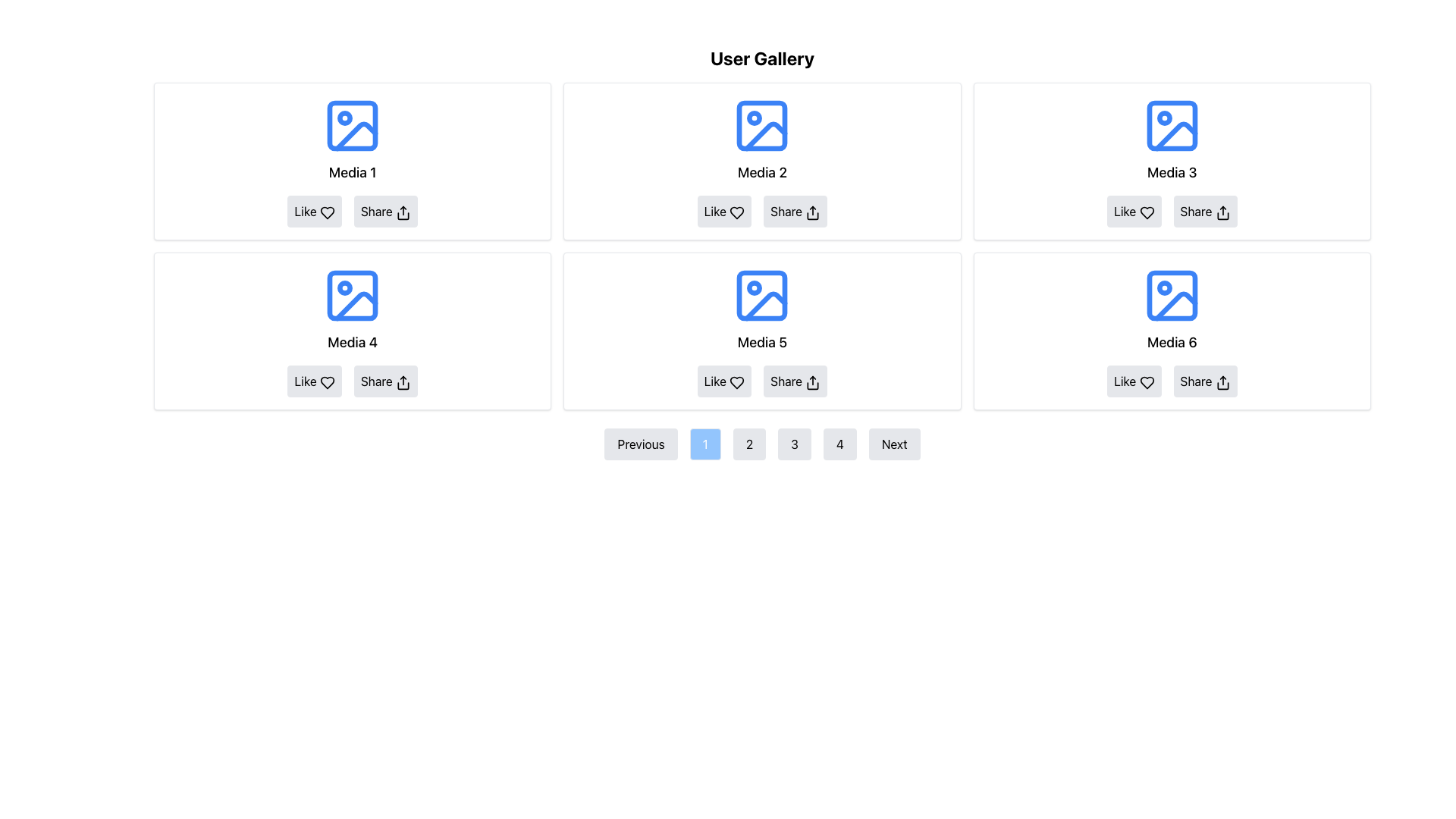 This screenshot has width=1456, height=819. What do you see at coordinates (326, 212) in the screenshot?
I see `the heart icon within the 'Like' button` at bounding box center [326, 212].